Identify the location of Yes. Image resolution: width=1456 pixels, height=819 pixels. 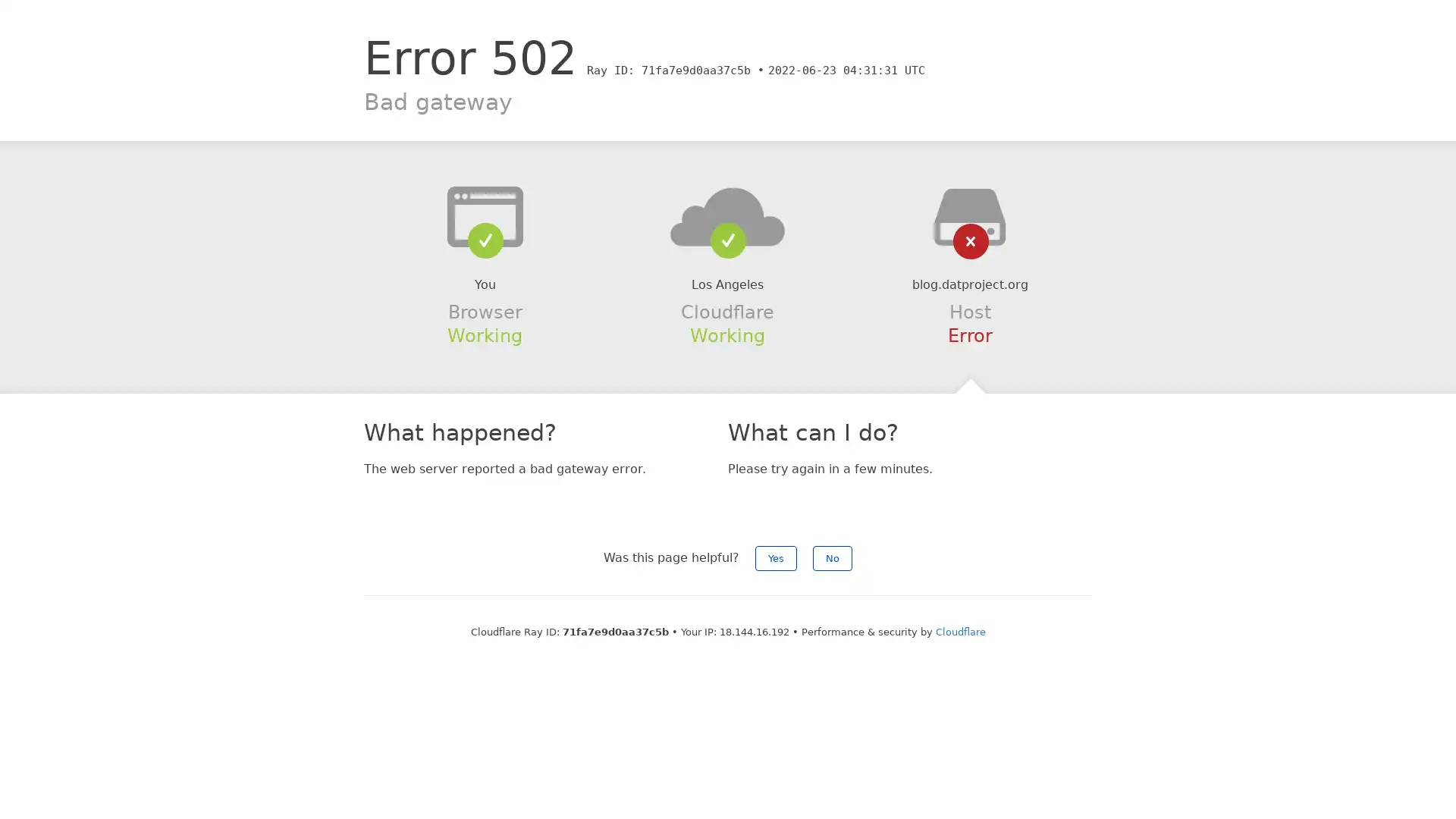
(776, 558).